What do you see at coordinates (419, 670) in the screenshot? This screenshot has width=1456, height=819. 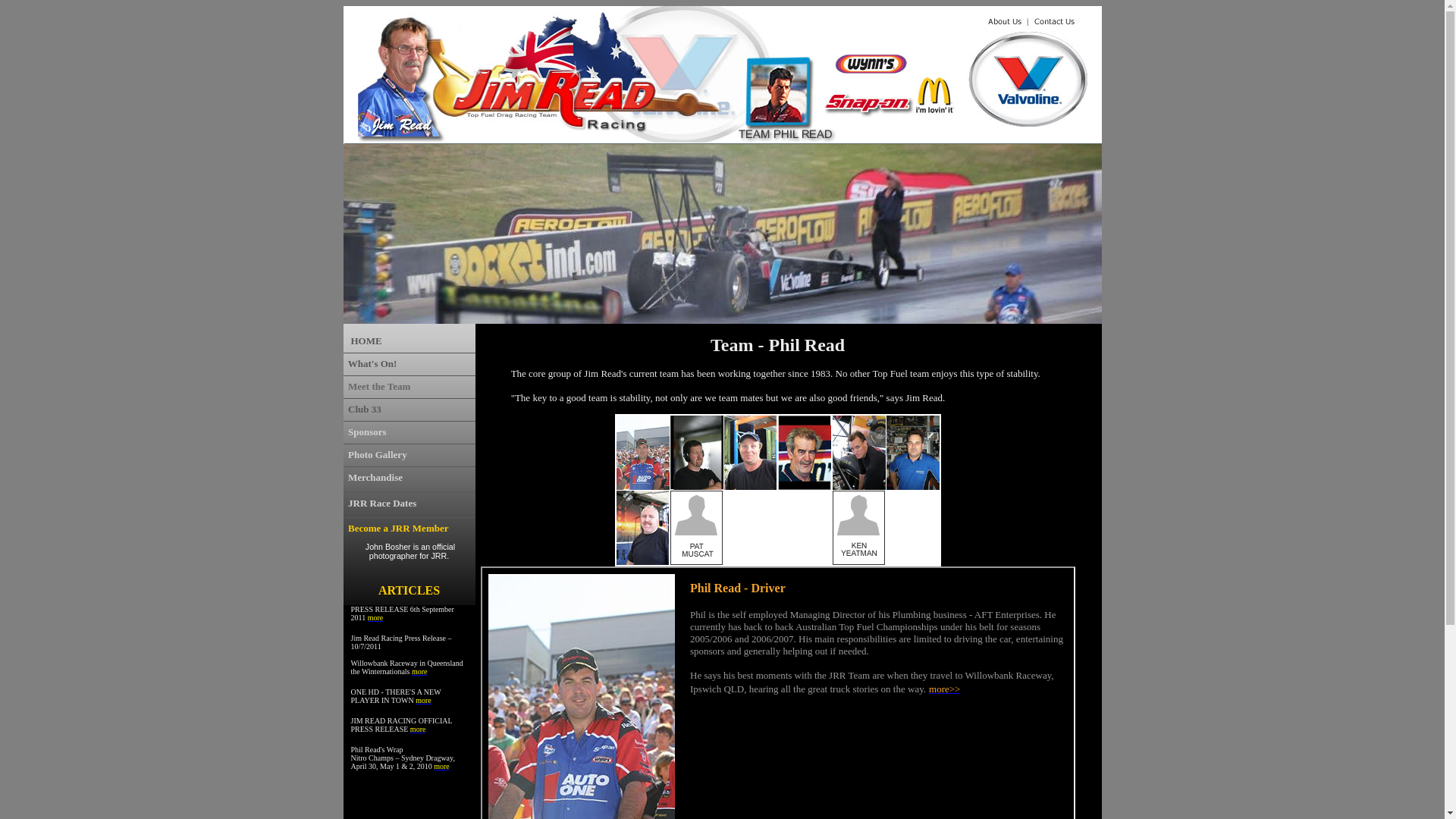 I see `'more'` at bounding box center [419, 670].